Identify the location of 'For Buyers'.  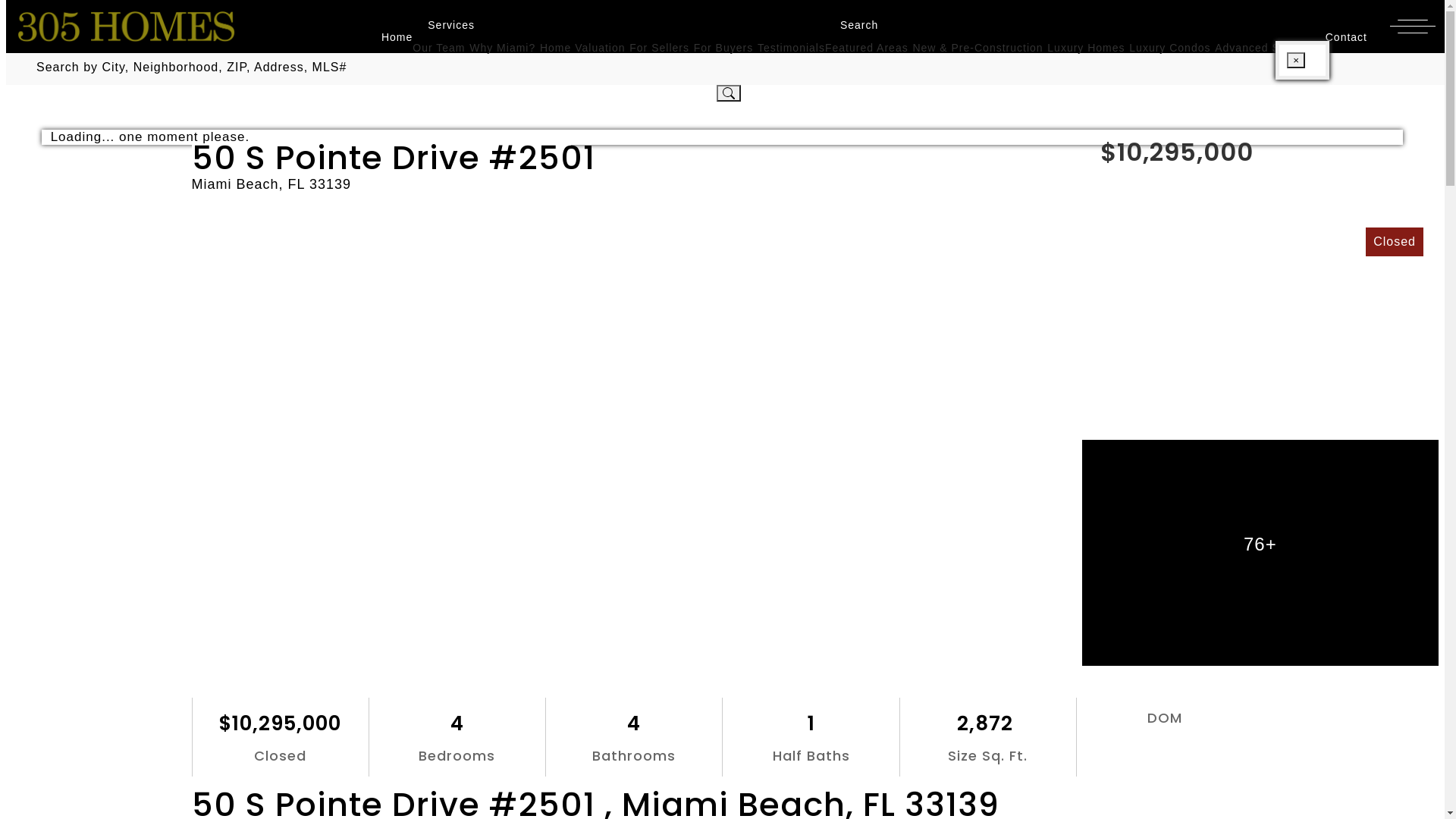
(723, 46).